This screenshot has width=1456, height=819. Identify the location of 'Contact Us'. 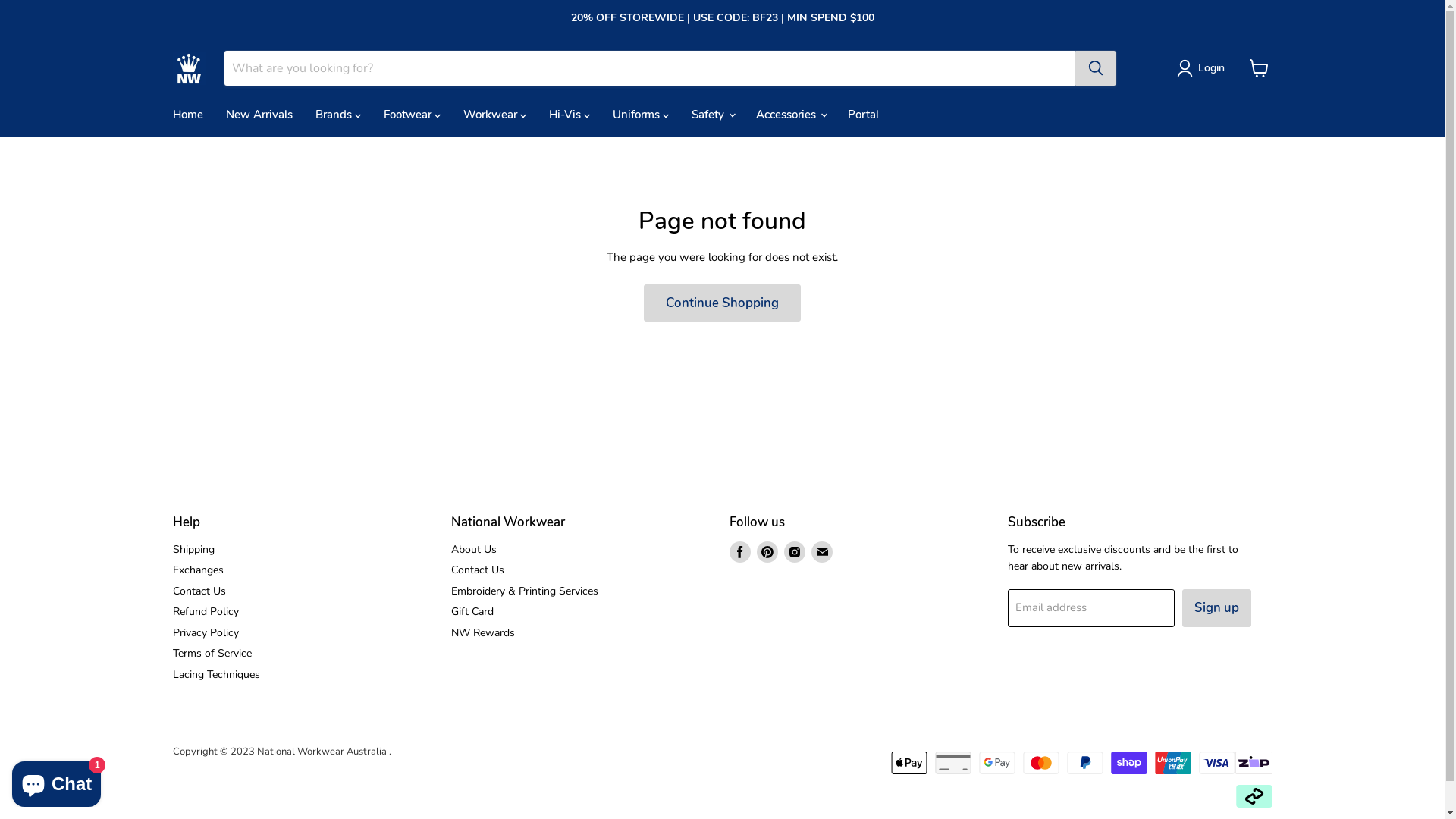
(199, 590).